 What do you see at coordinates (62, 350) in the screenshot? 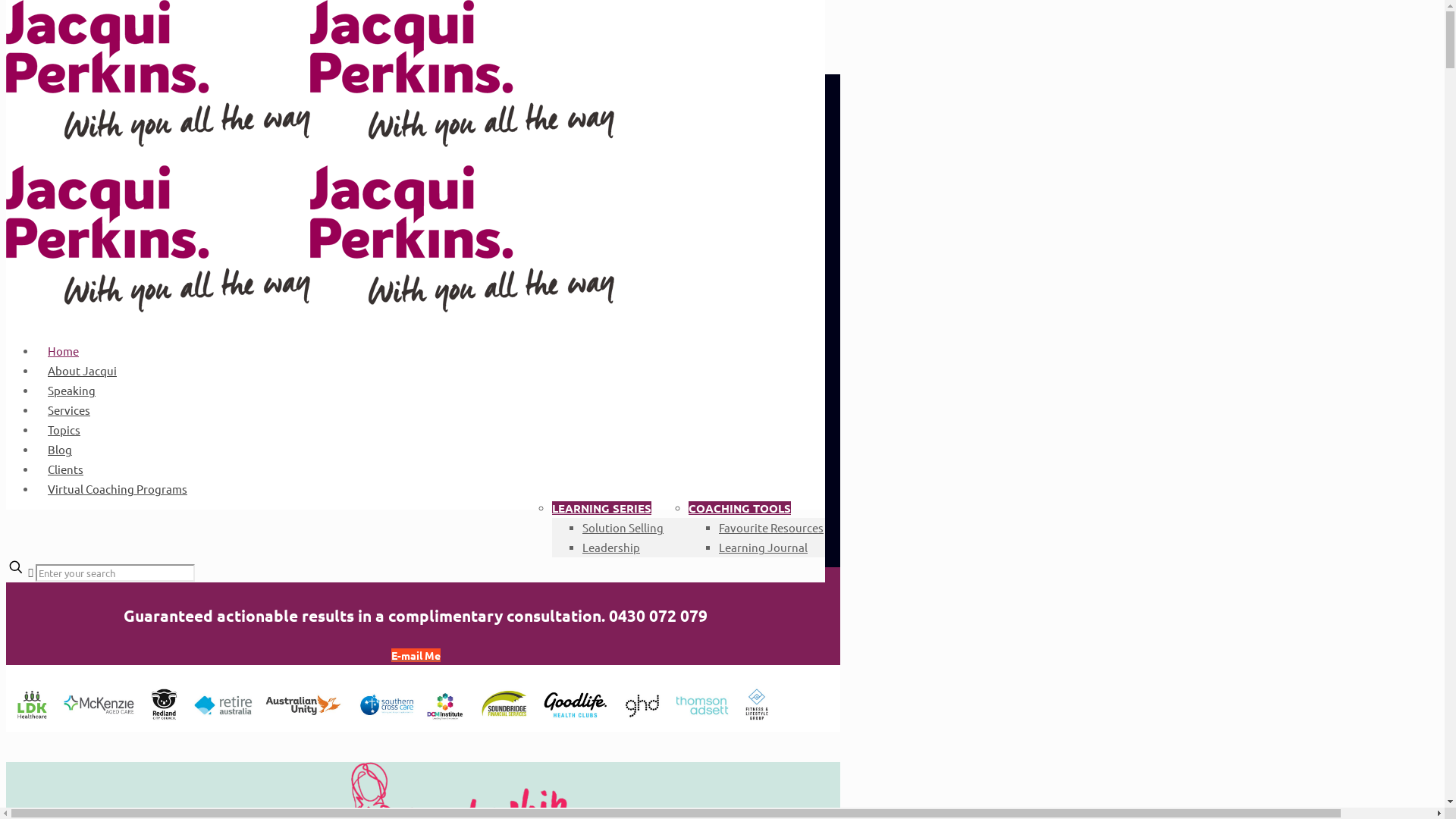
I see `'Home'` at bounding box center [62, 350].